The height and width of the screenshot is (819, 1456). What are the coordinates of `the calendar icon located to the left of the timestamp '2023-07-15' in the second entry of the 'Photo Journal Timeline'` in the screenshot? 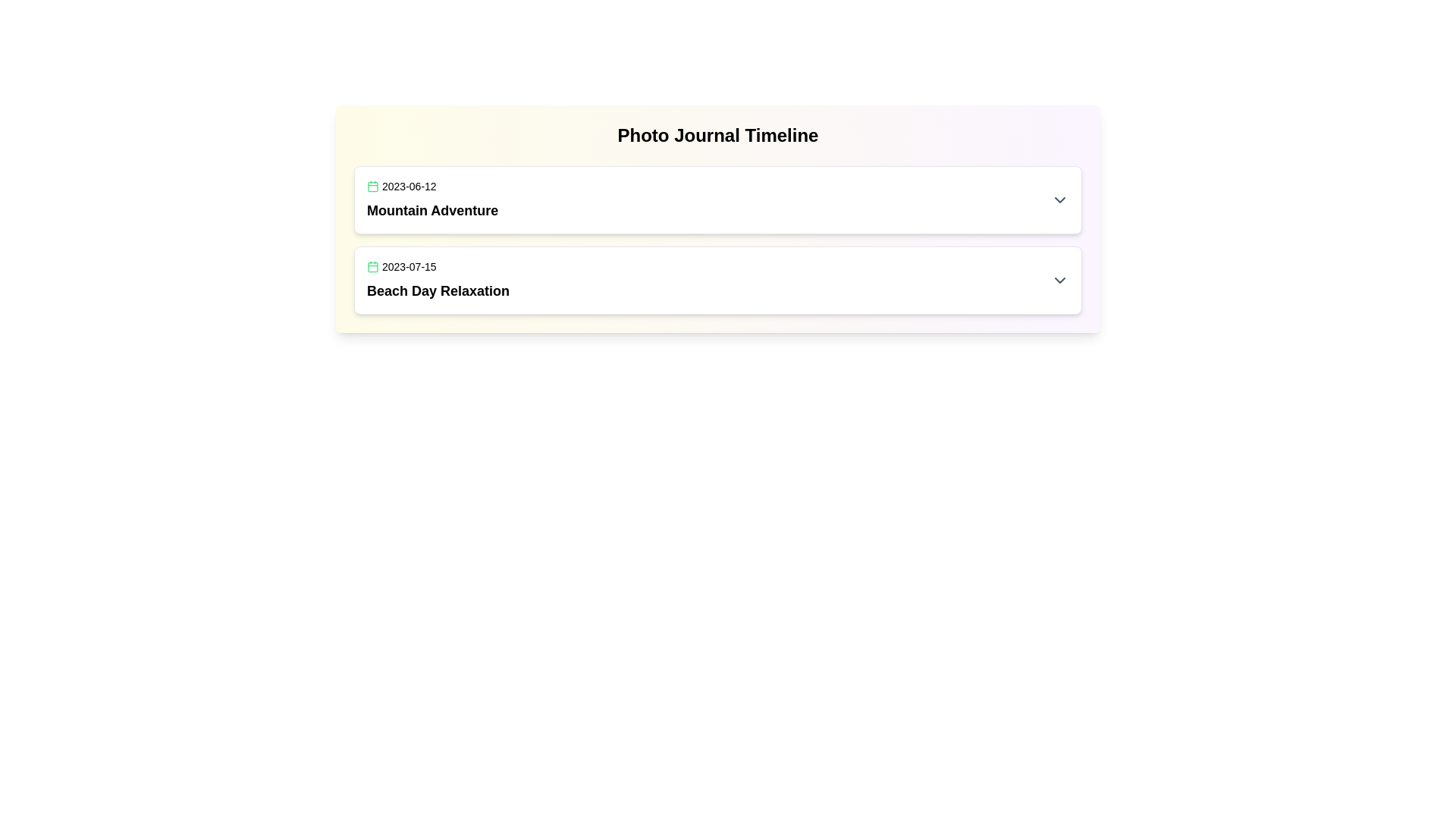 It's located at (372, 265).